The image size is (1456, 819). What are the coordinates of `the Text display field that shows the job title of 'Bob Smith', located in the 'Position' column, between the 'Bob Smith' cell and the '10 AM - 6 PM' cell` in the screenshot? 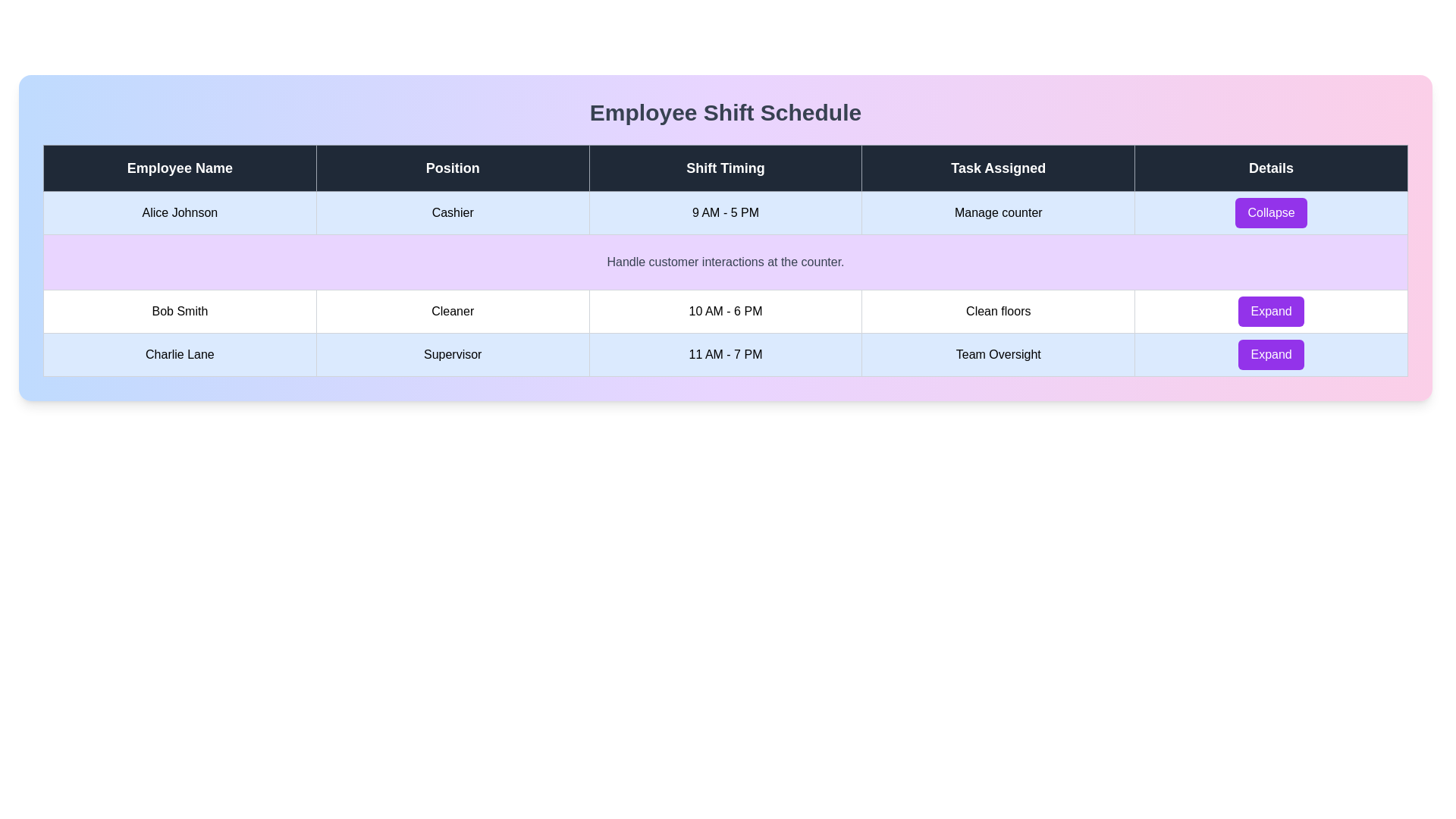 It's located at (452, 311).